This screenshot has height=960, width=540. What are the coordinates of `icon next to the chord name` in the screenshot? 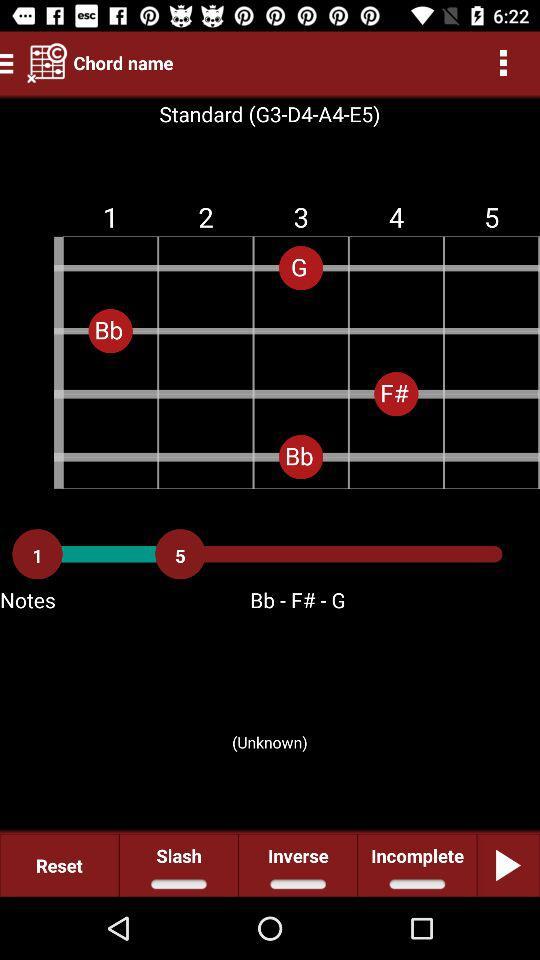 It's located at (47, 62).